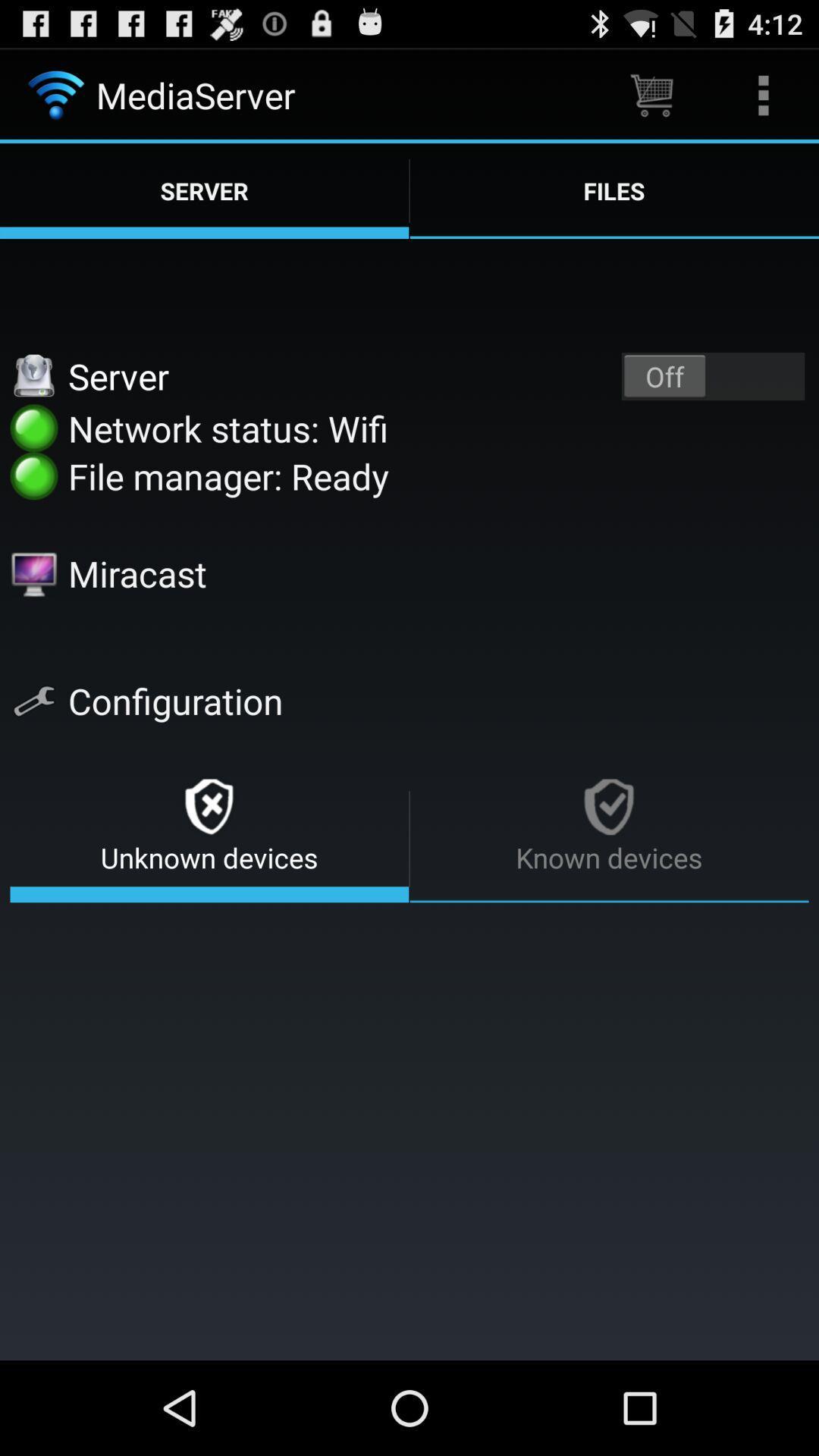 Image resolution: width=819 pixels, height=1456 pixels. I want to click on icon above server, so click(763, 94).